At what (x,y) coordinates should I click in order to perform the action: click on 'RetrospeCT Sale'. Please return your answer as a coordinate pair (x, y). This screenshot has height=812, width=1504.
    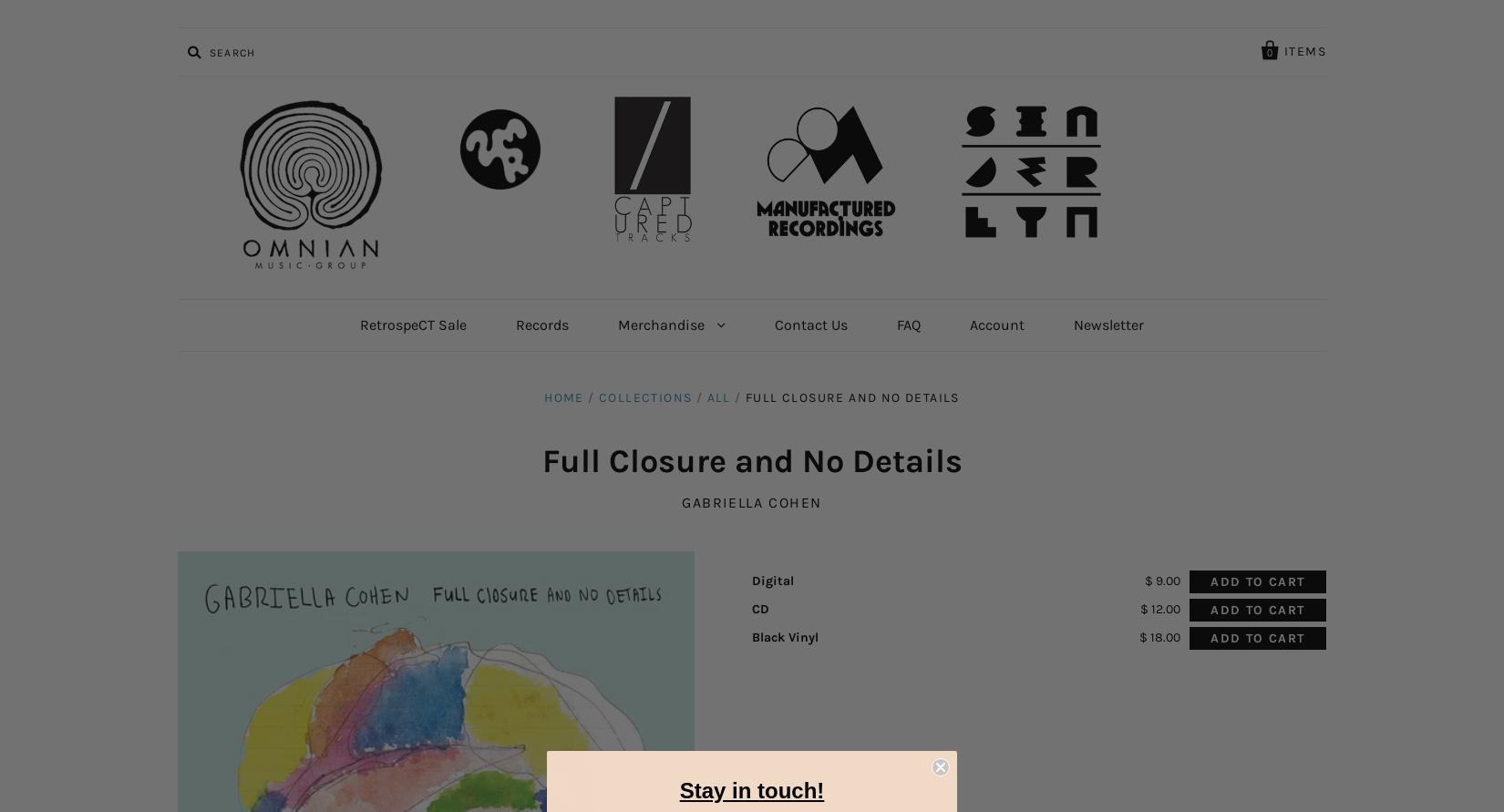
    Looking at the image, I should click on (412, 324).